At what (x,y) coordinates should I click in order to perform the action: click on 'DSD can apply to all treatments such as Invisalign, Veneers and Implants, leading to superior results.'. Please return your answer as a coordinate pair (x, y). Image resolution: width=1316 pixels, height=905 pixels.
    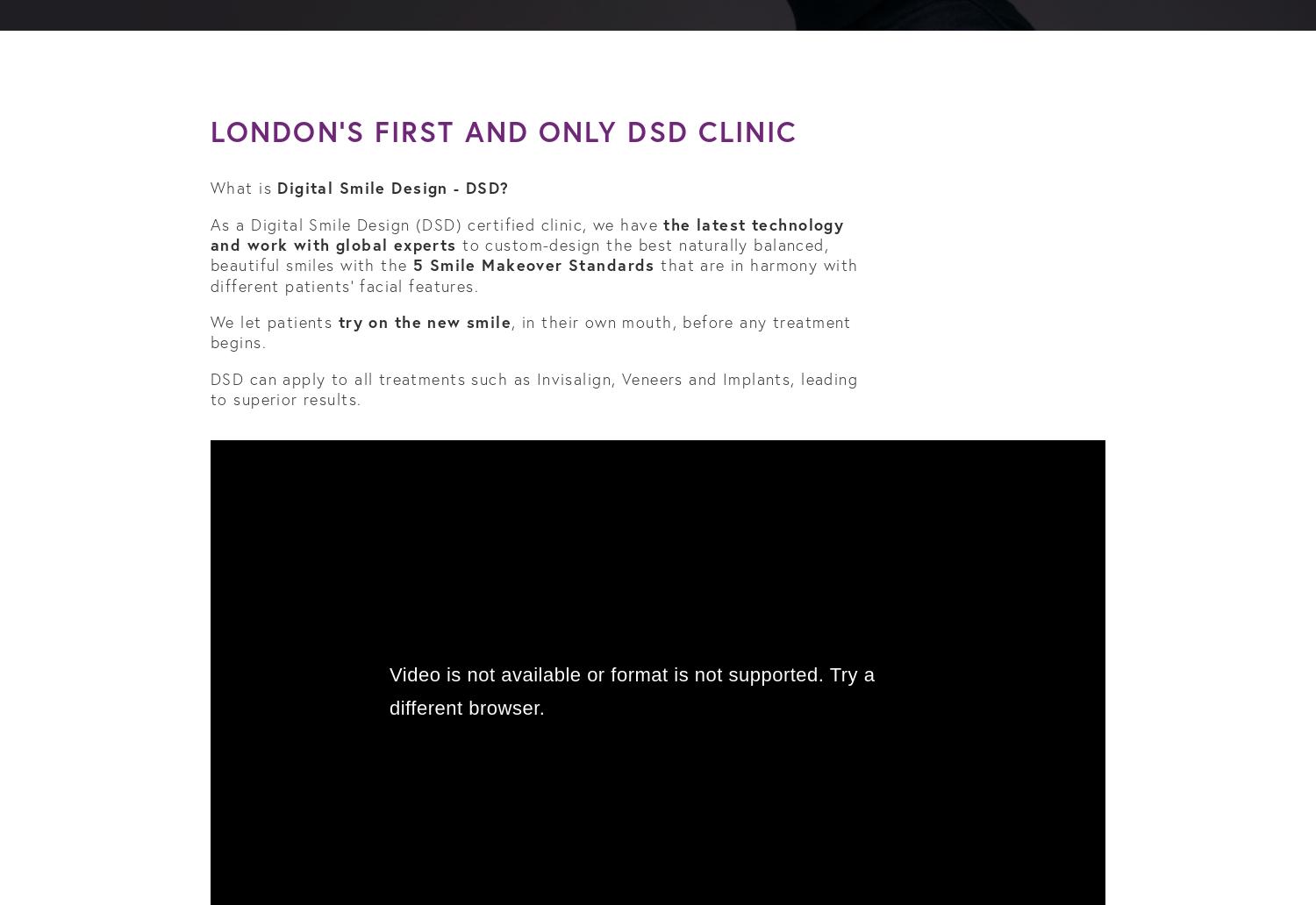
    Looking at the image, I should click on (536, 388).